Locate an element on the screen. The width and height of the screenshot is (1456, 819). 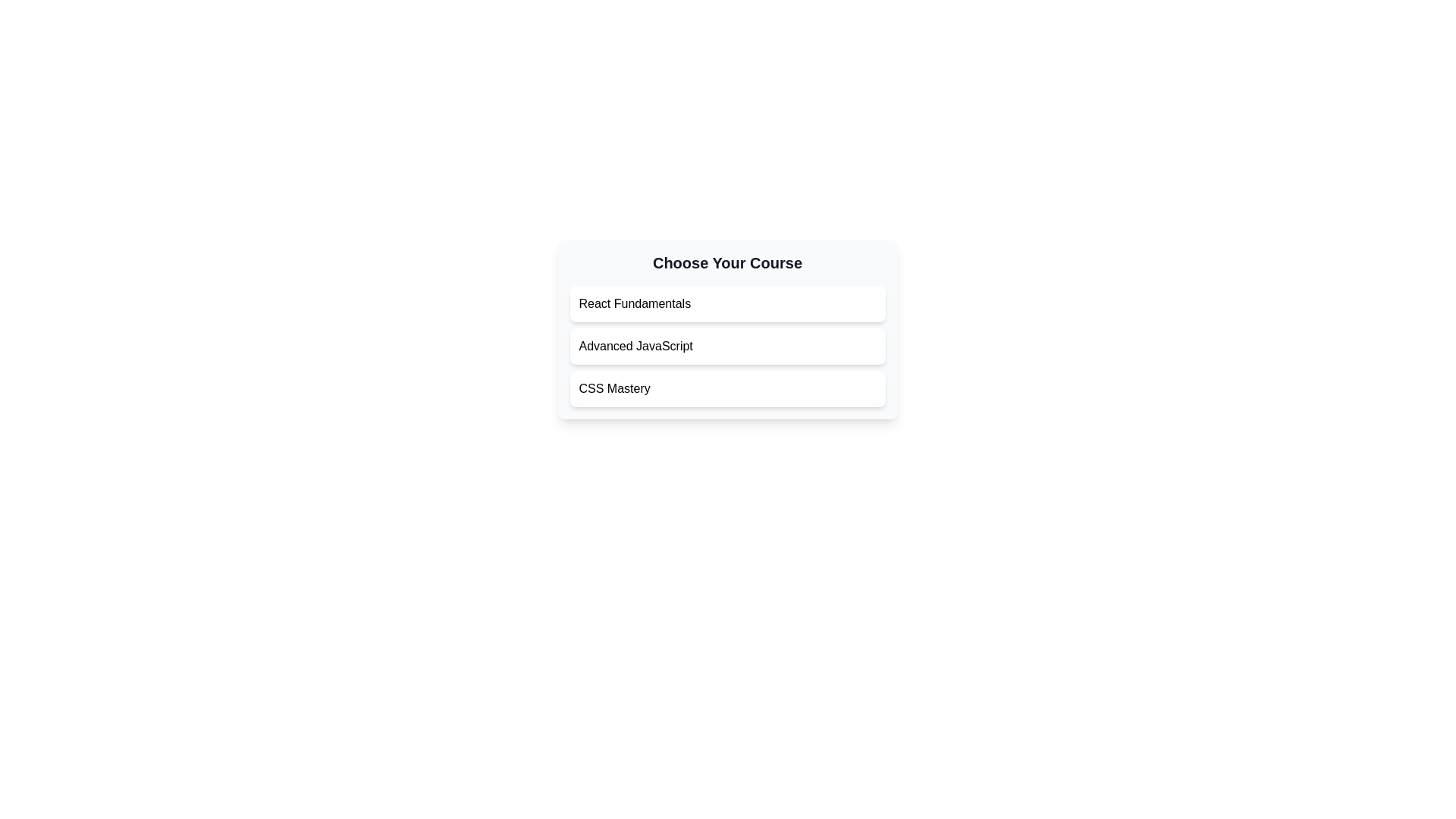
the interactive radio option labeled 'CSS Mastery' is located at coordinates (726, 388).